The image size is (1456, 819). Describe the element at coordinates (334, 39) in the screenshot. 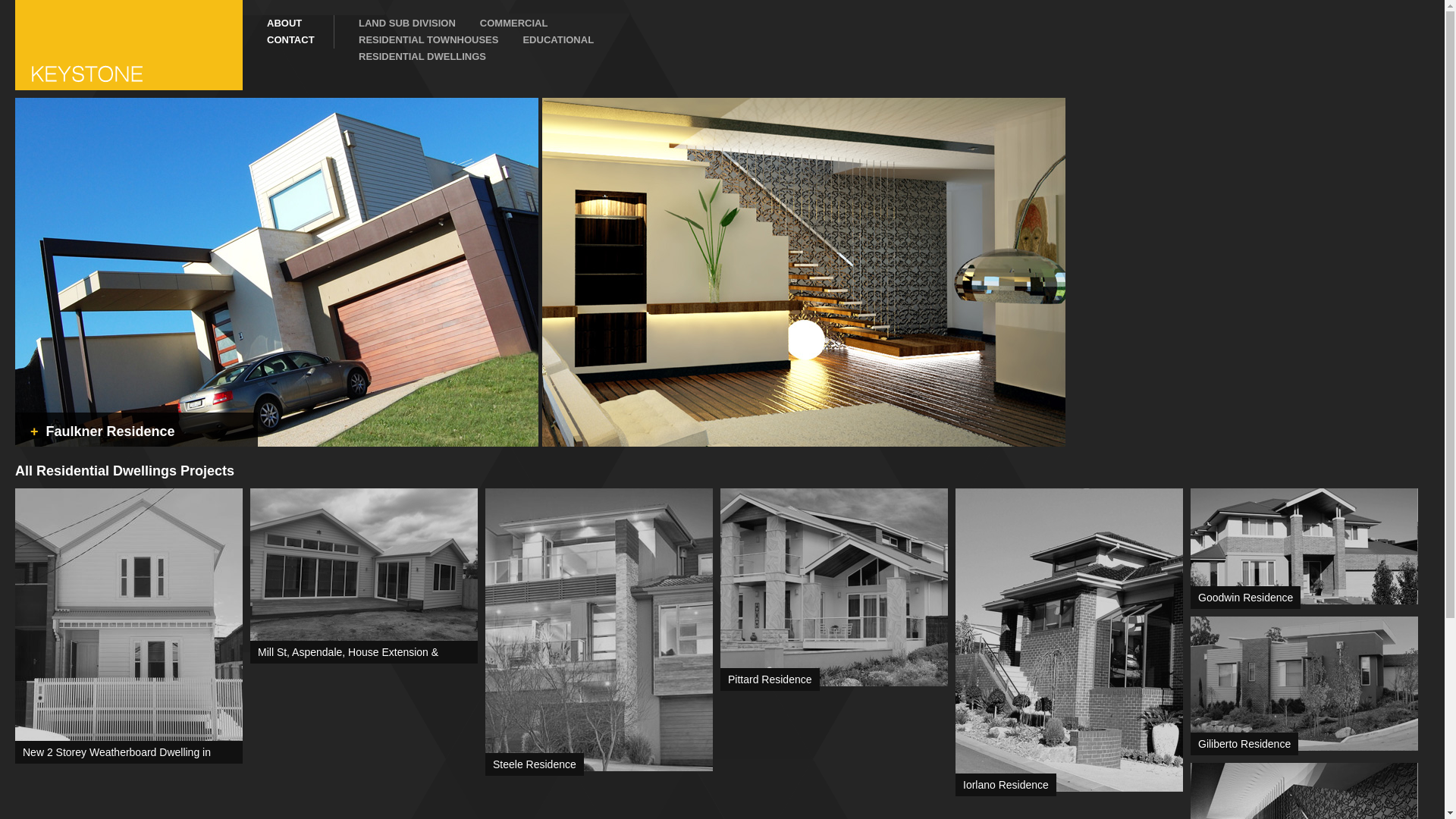

I see `'RESIDENTIAL TOWNHOUSES'` at that location.